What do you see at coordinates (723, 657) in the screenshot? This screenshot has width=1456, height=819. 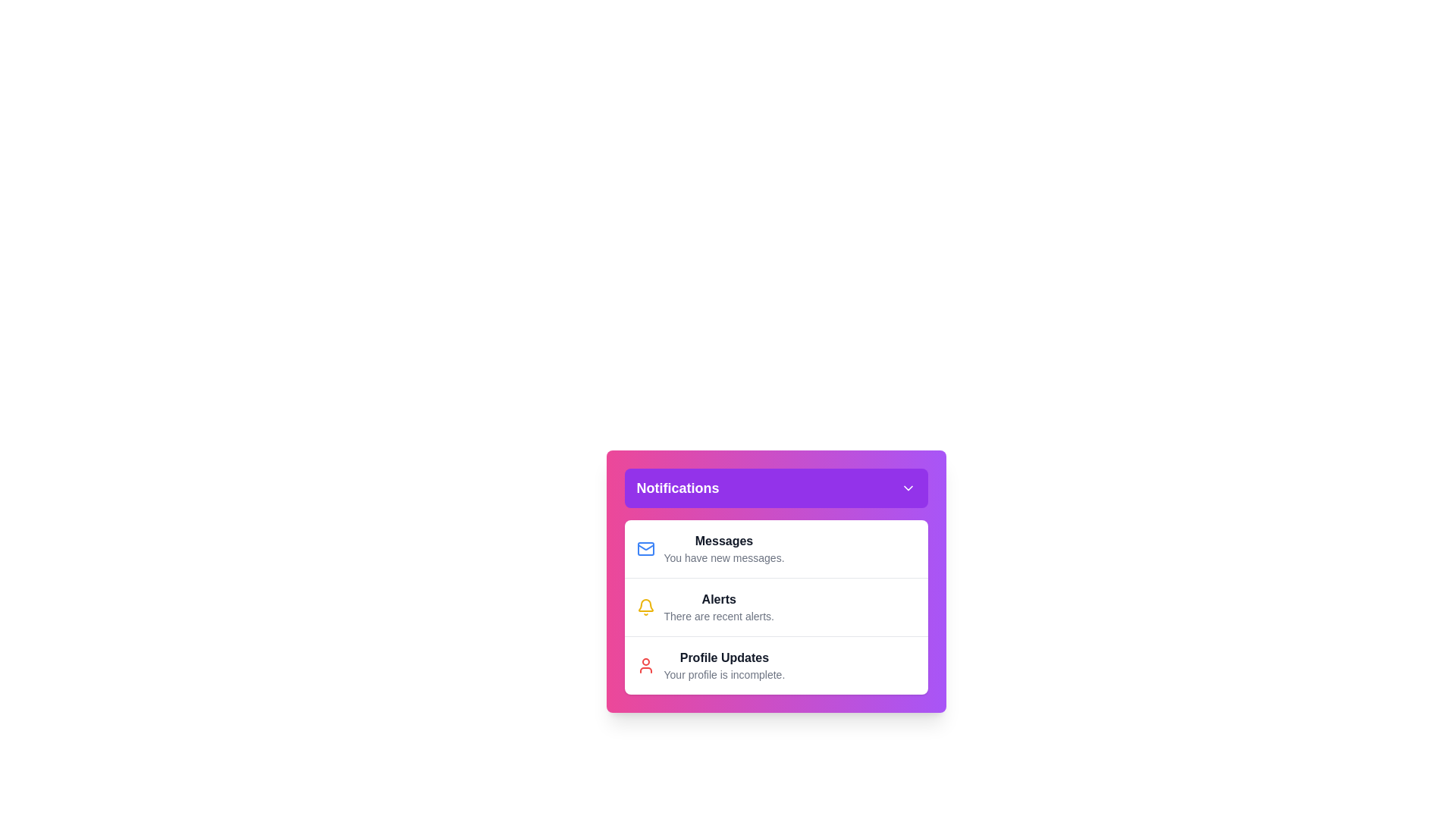 I see `the Text label that indicates 'Profile Updates' in the notification panel, which is located in the bottommost list item beneath 'Alerts'` at bounding box center [723, 657].